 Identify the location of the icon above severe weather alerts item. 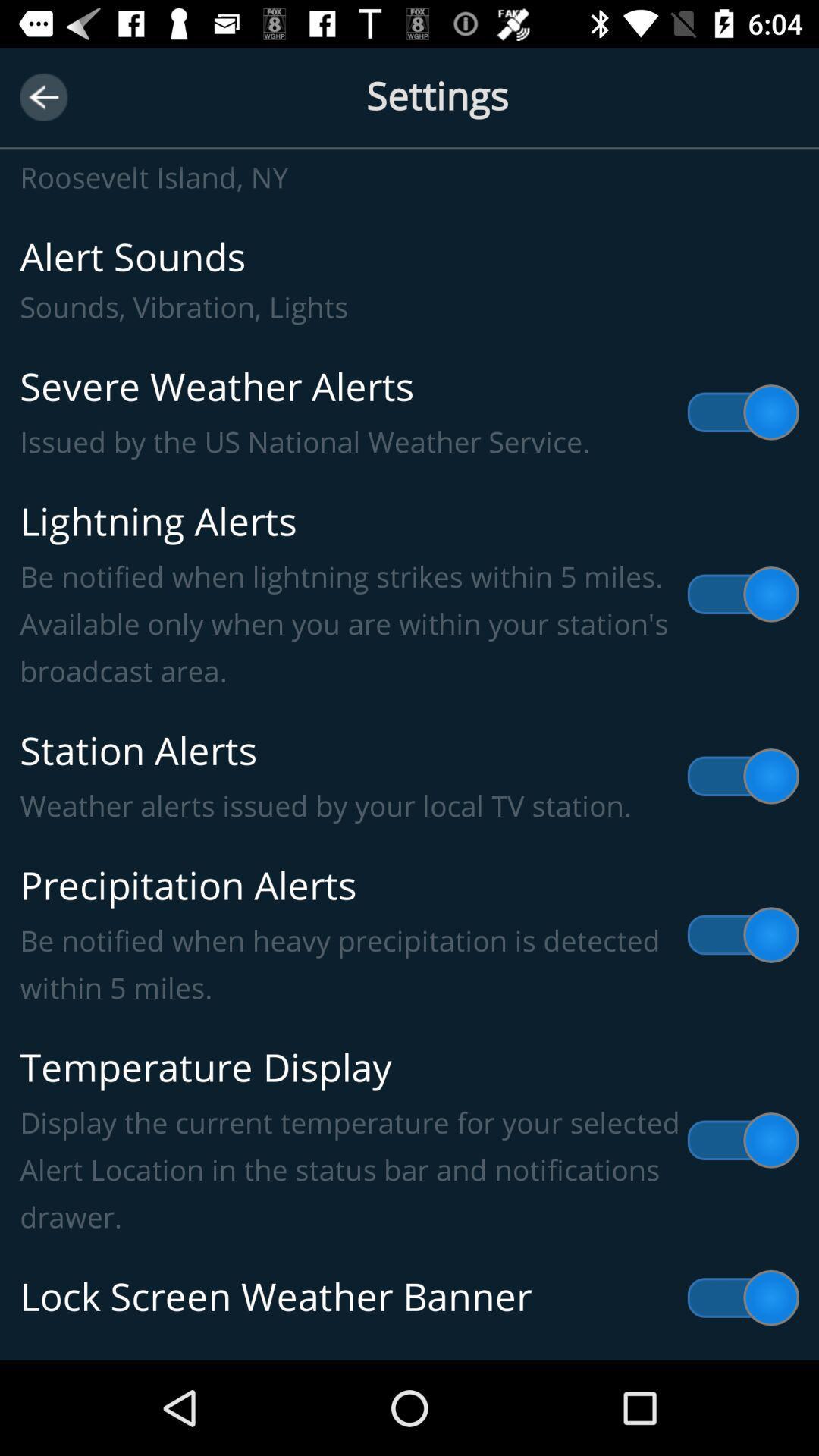
(409, 280).